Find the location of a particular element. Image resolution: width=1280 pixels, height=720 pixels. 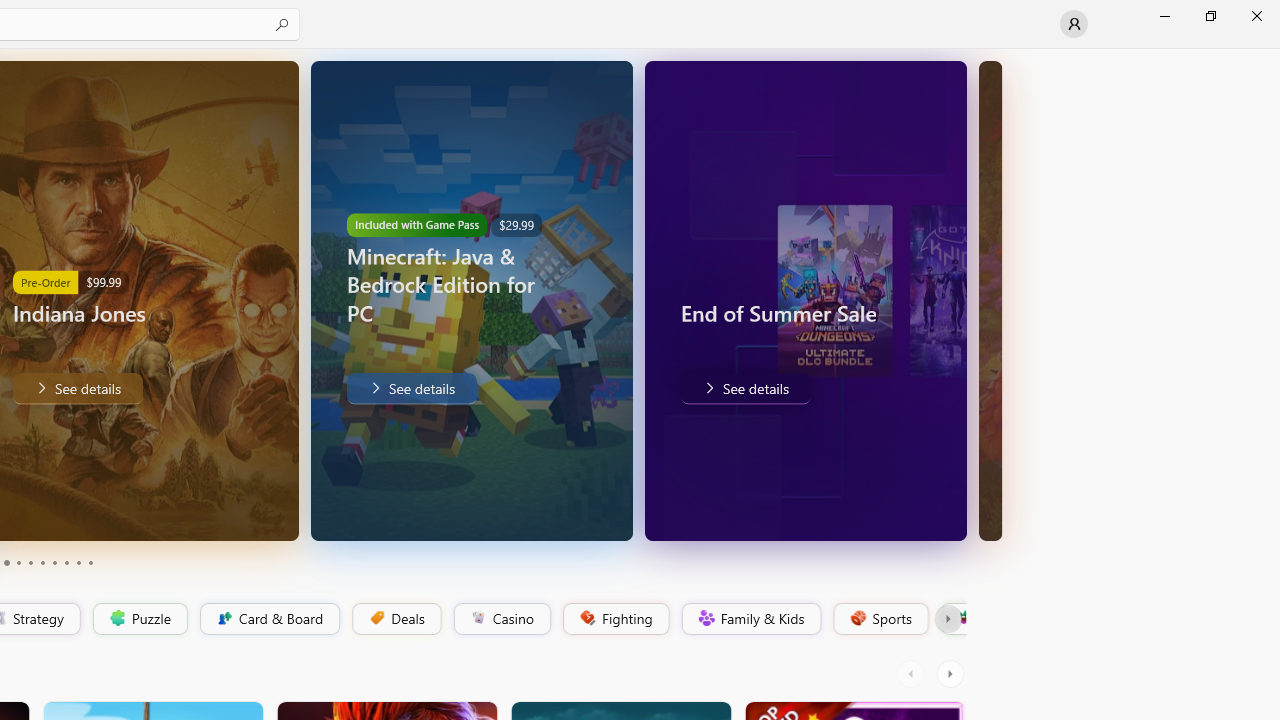

'Page 5' is located at coordinates (30, 563).